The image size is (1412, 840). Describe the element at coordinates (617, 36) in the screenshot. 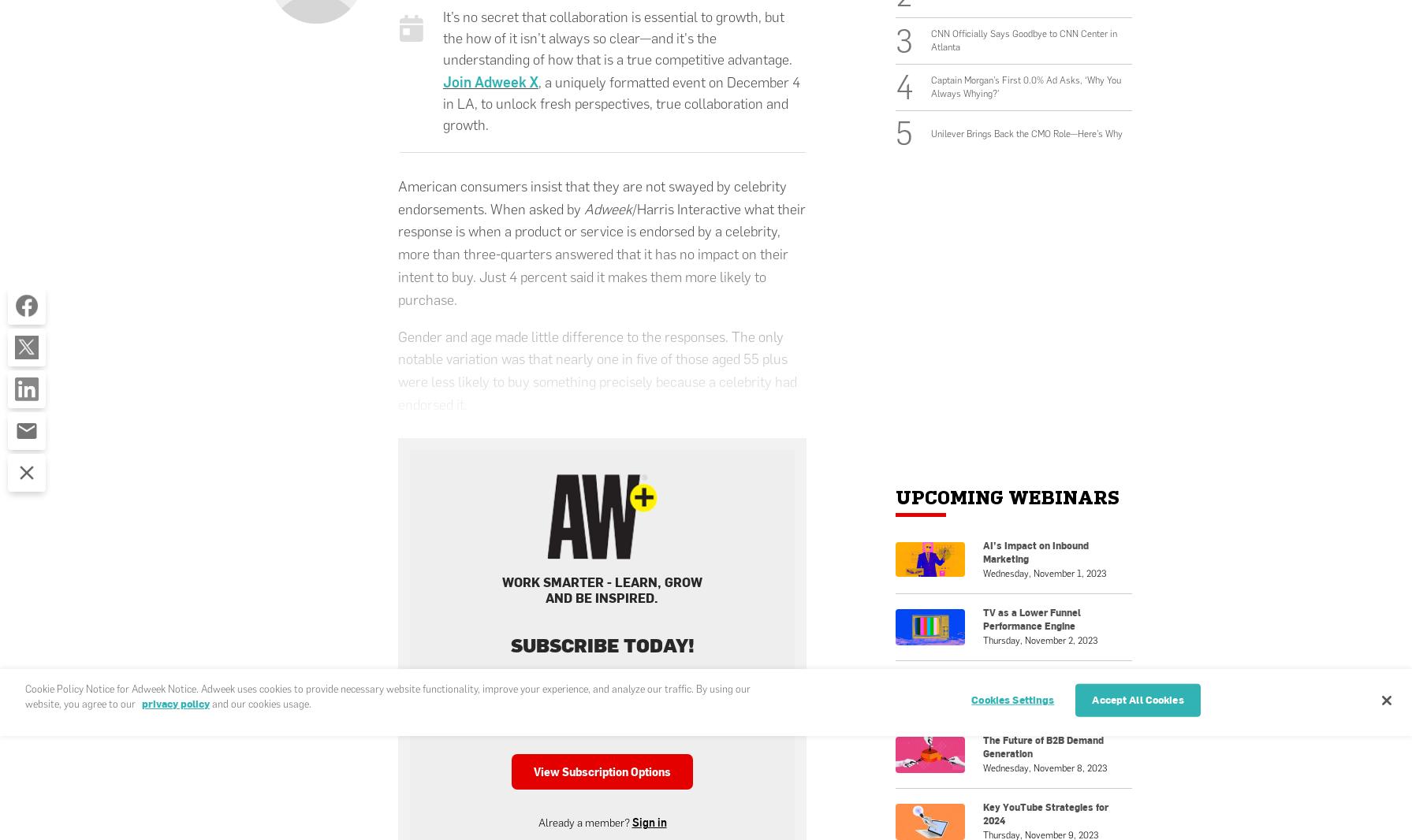

I see `'It’s no secret that collaboration is essential to growth, but the how of it isn’t always so clear—and it's the understanding of how that is a true competitive advantage.'` at that location.